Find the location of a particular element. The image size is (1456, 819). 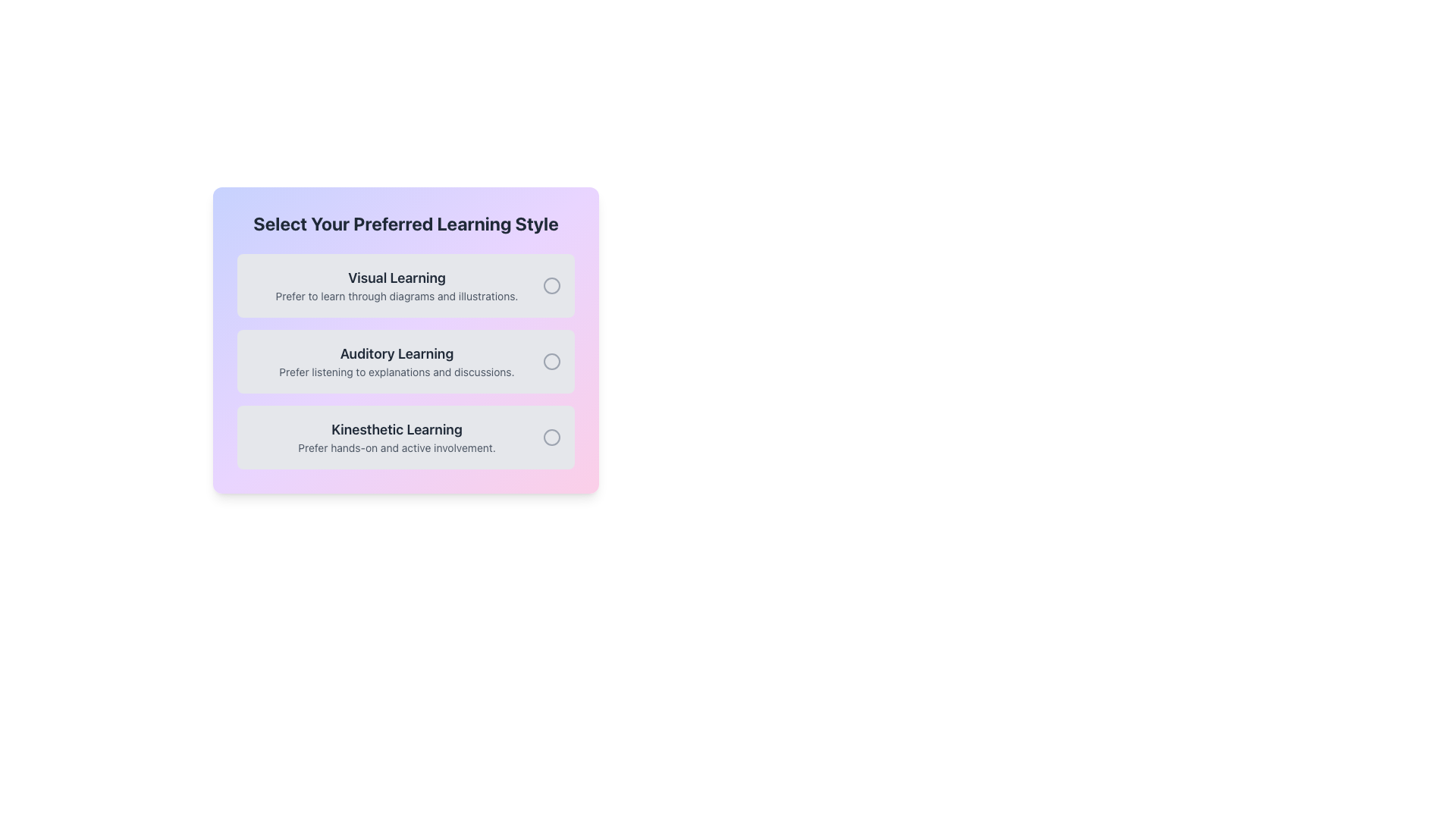

static text labeled 'Prefer to learn through diagrams and illustrations.' located below the 'Visual Learning' title is located at coordinates (397, 296).